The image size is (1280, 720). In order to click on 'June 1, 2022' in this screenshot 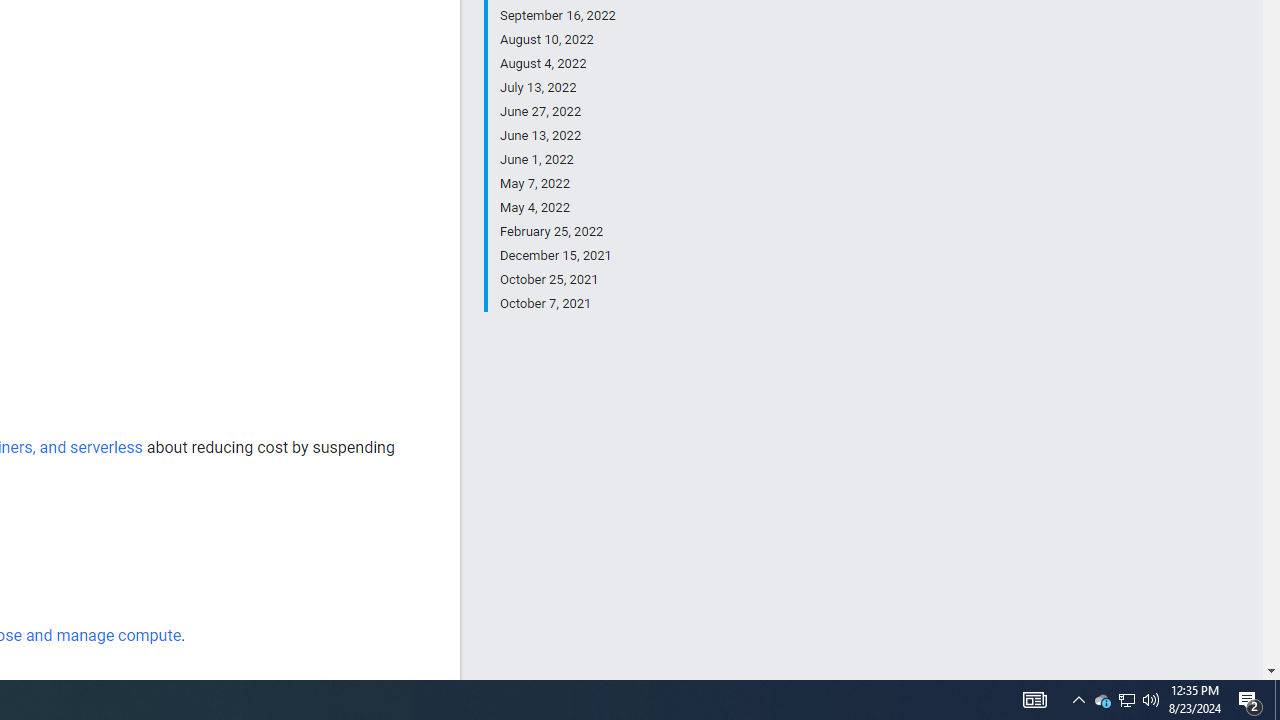, I will do `click(557, 159)`.